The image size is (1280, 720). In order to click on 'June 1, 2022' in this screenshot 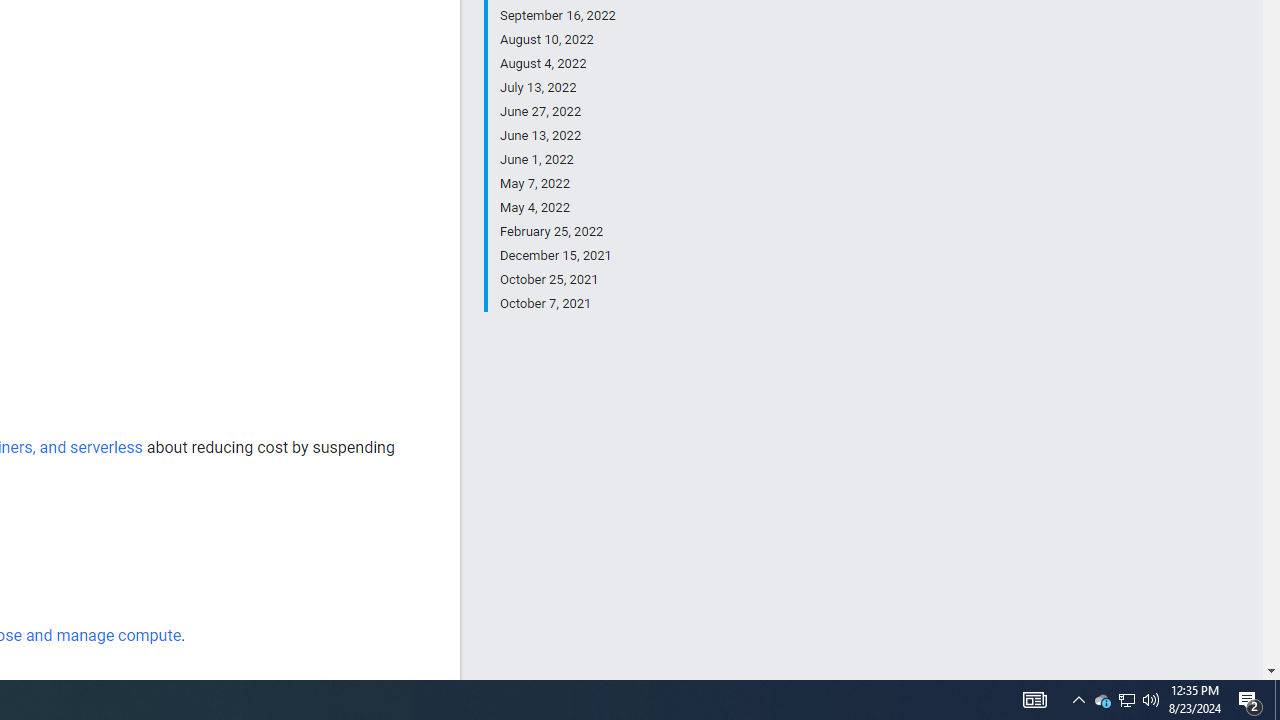, I will do `click(557, 159)`.